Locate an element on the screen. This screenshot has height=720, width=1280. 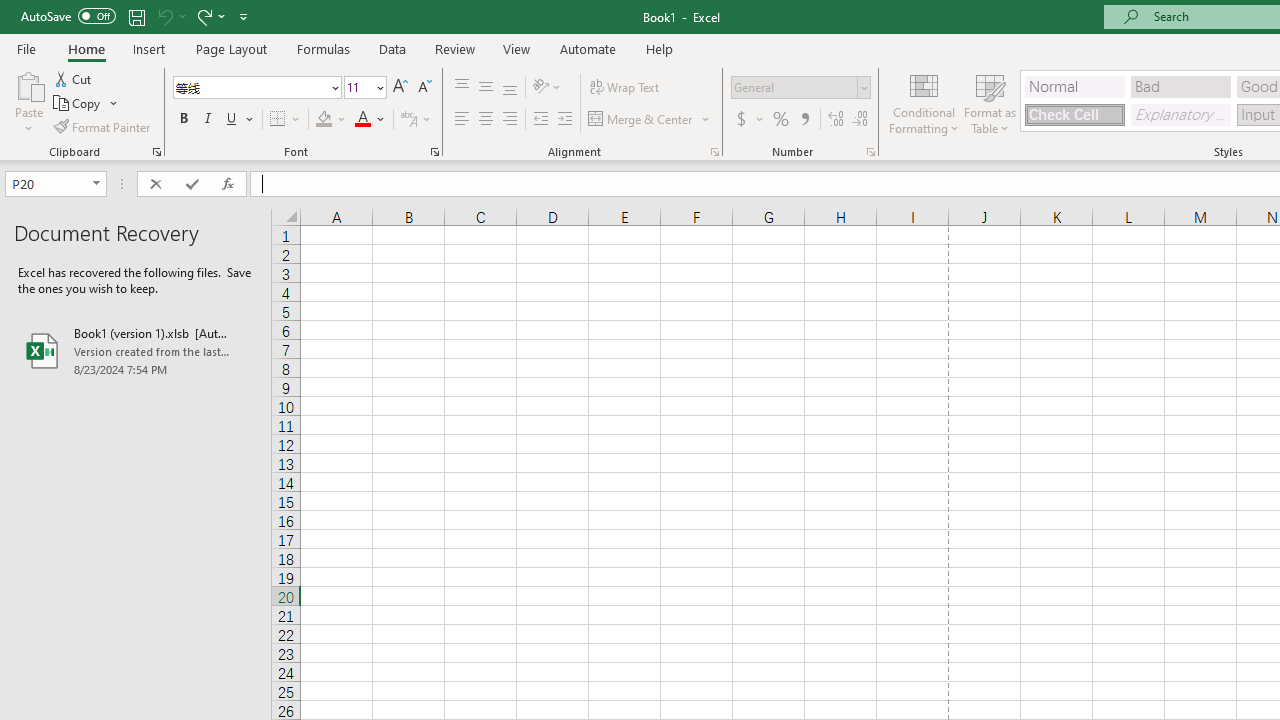
'Decrease Indent' is located at coordinates (540, 119).